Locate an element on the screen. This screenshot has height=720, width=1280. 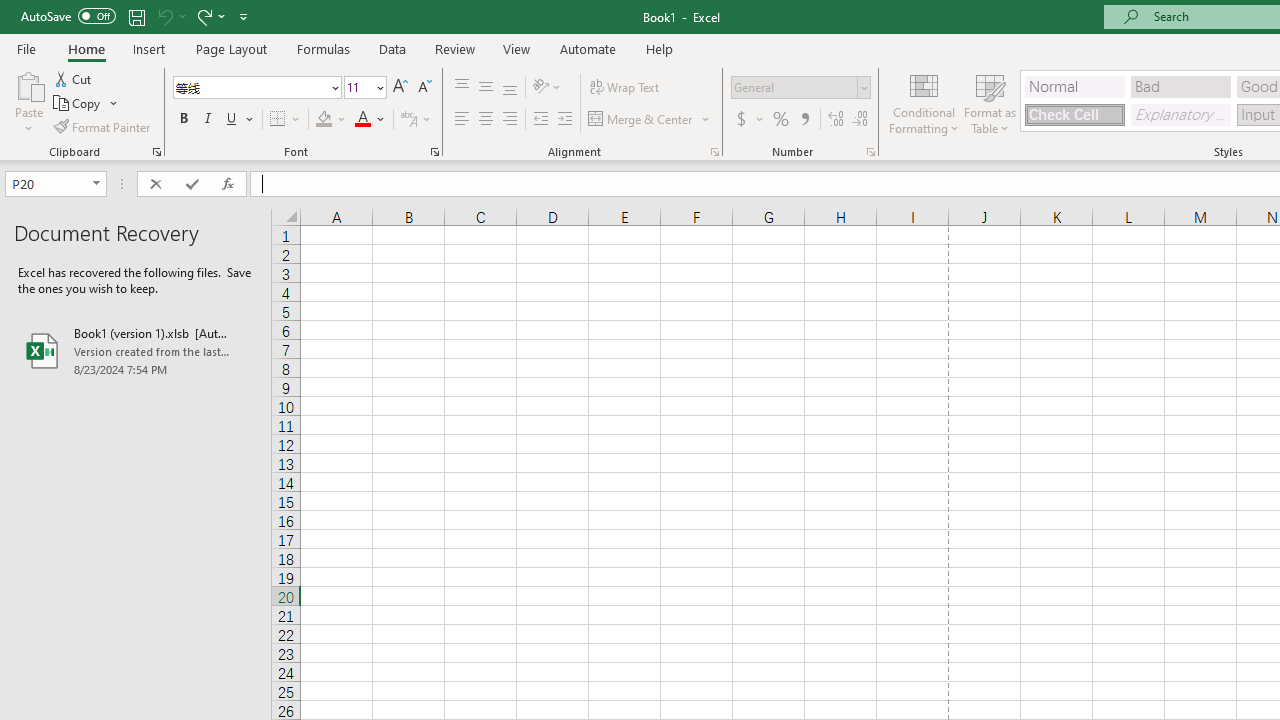
'Decrease Indent' is located at coordinates (540, 119).